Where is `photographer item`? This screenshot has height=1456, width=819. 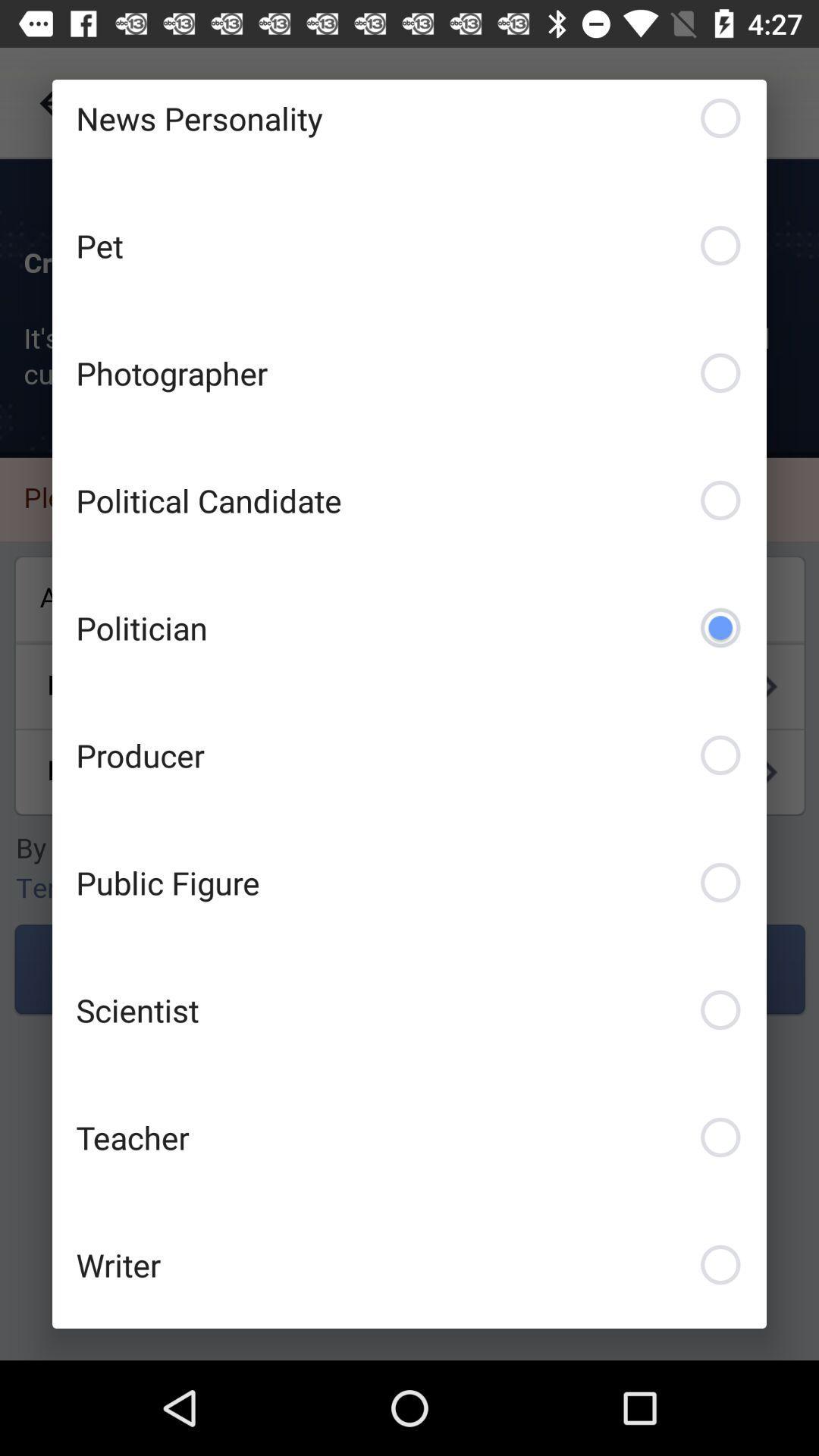 photographer item is located at coordinates (409, 373).